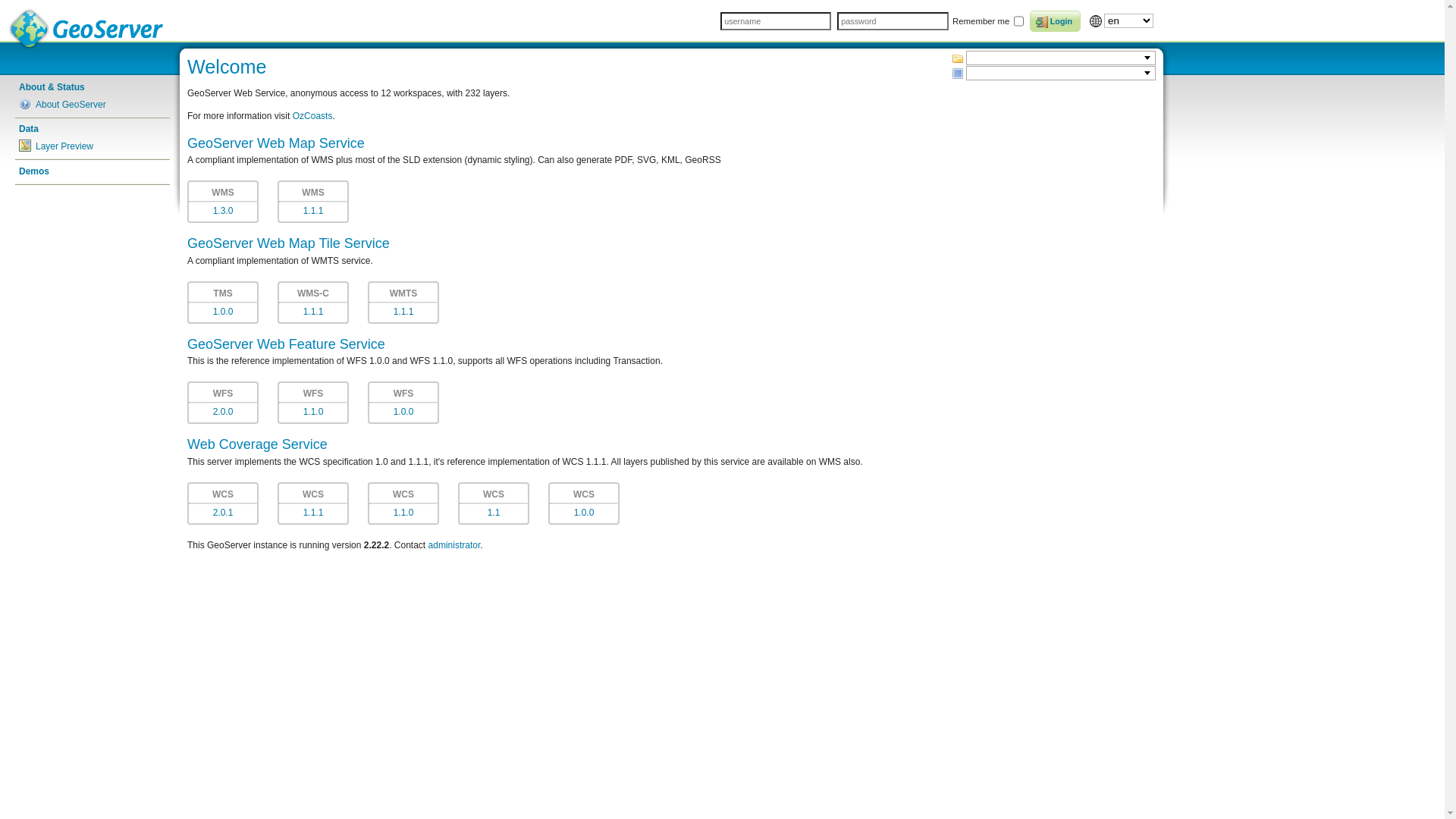  I want to click on 'WMS, so click(221, 201).